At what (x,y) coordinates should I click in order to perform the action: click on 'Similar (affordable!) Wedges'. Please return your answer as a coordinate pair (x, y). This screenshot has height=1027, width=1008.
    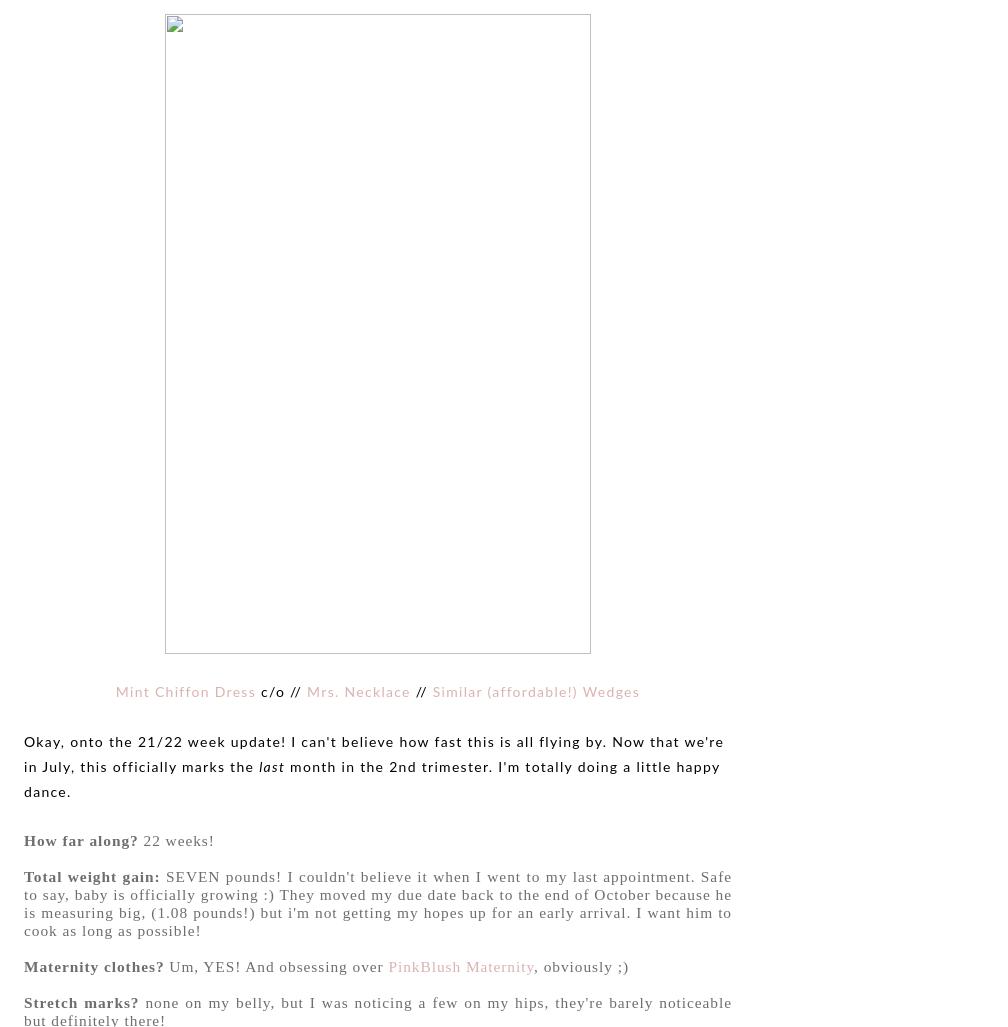
    Looking at the image, I should click on (535, 691).